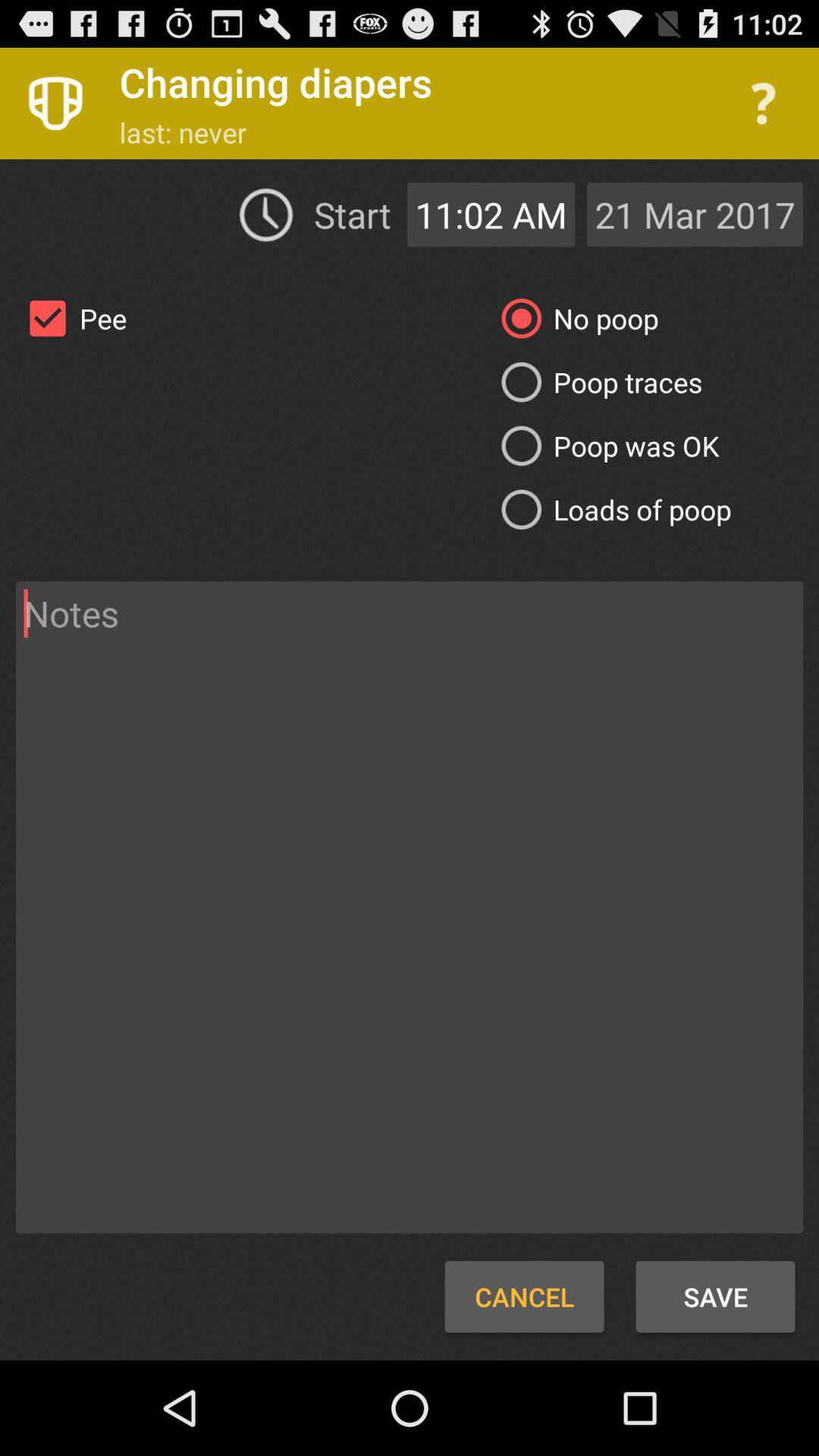 The width and height of the screenshot is (819, 1456). Describe the element at coordinates (610, 510) in the screenshot. I see `loads of poop item` at that location.